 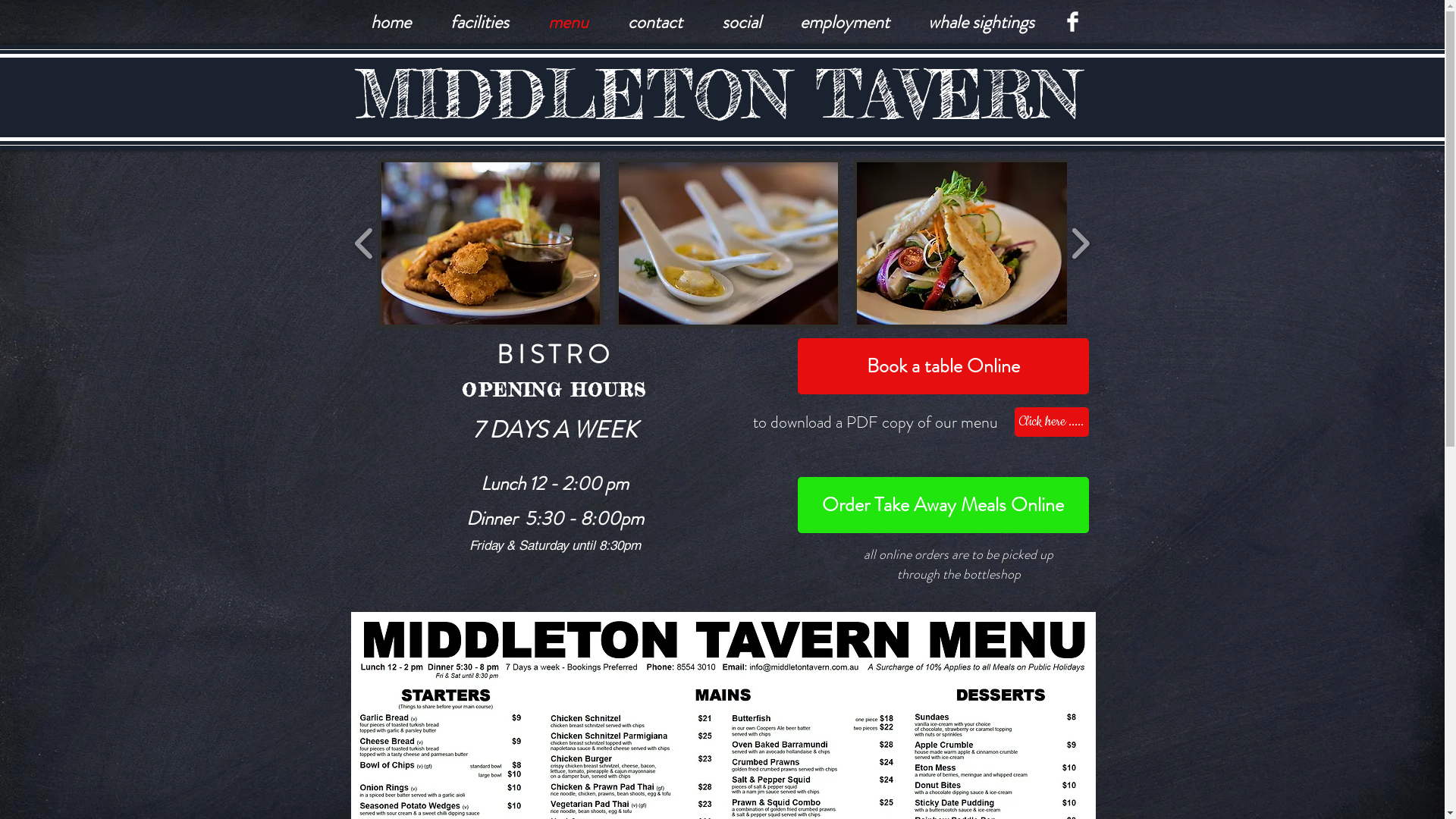 What do you see at coordinates (942, 505) in the screenshot?
I see `'Order Take Away Meals Online'` at bounding box center [942, 505].